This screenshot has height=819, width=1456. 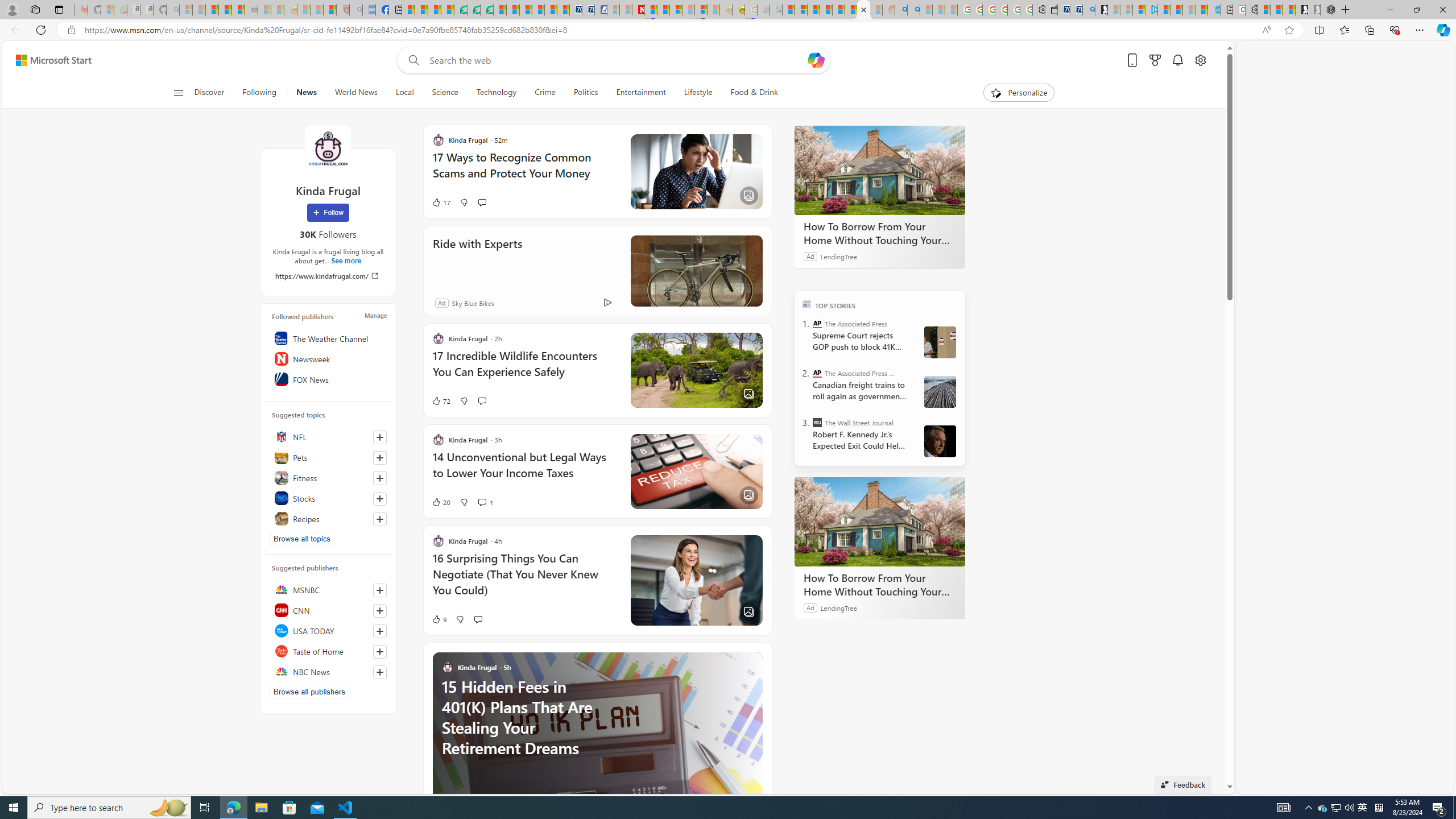 What do you see at coordinates (775, 9) in the screenshot?
I see `'DITOGAMES AG Imprint - Sleeping'` at bounding box center [775, 9].